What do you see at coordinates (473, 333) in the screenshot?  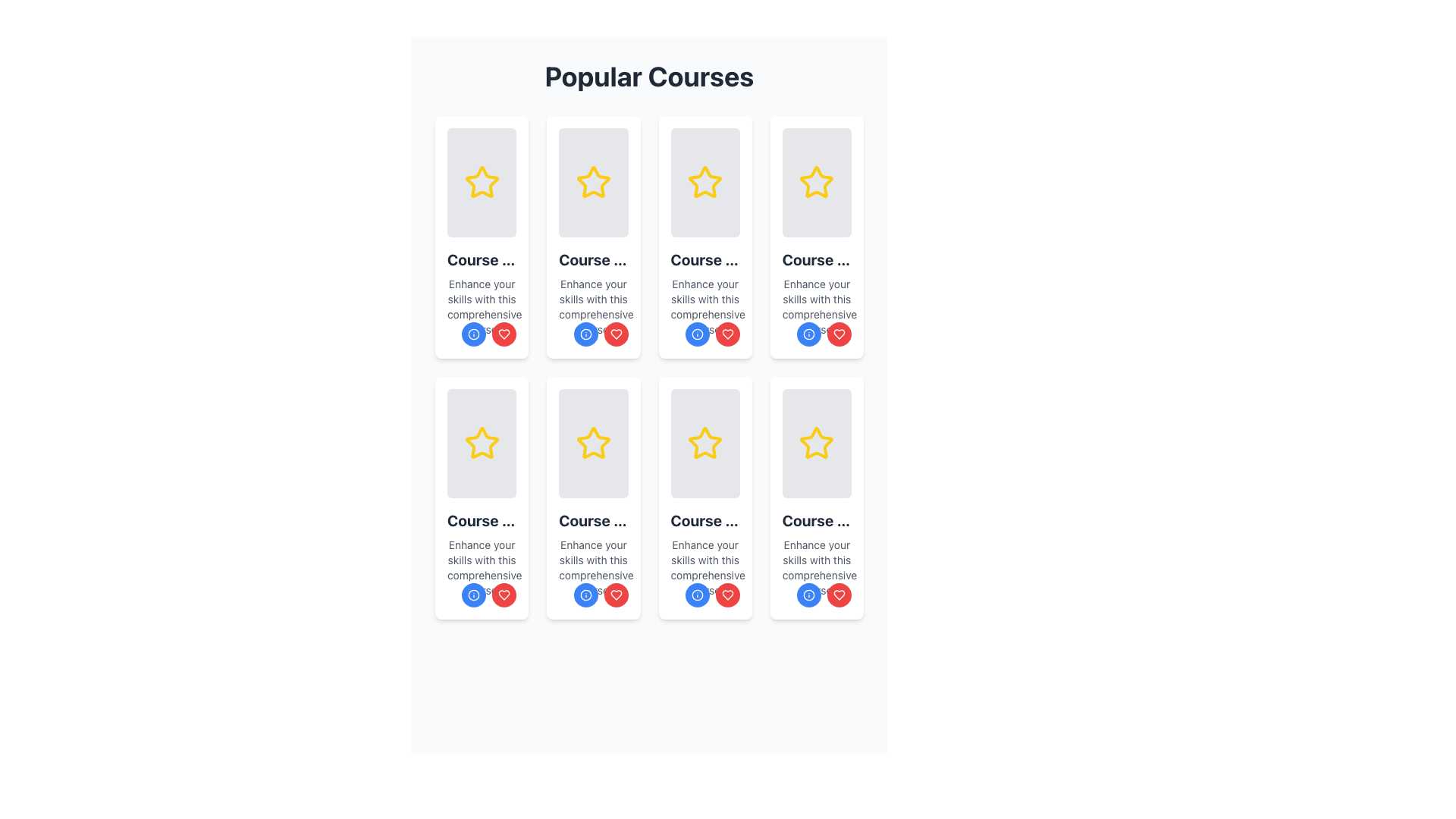 I see `the information icon located in the lower-left corner of the course card in the 'Popular Courses' grid layout` at bounding box center [473, 333].